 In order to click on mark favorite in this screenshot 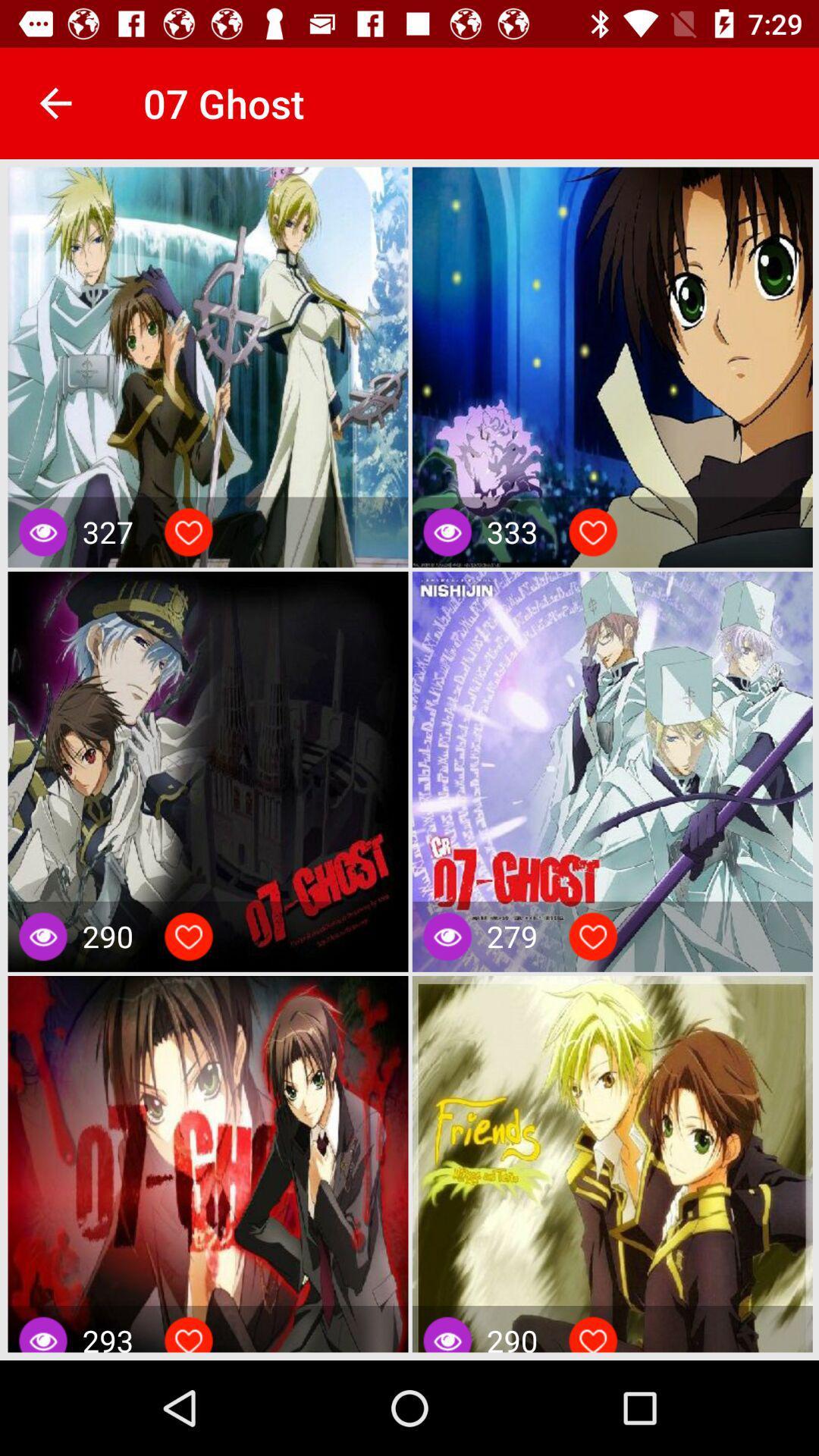, I will do `click(188, 936)`.